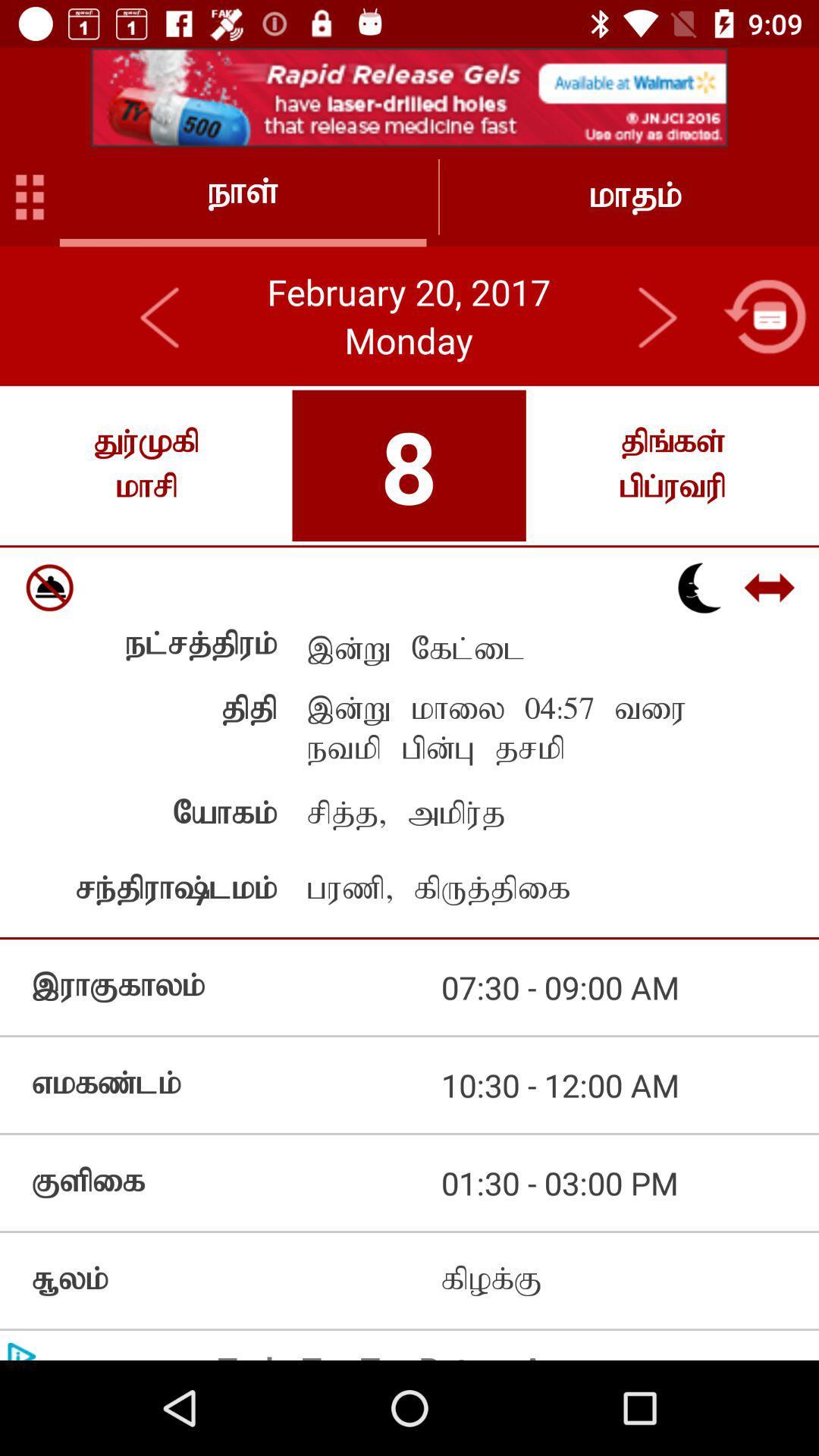 The image size is (819, 1456). I want to click on next, so click(656, 315).